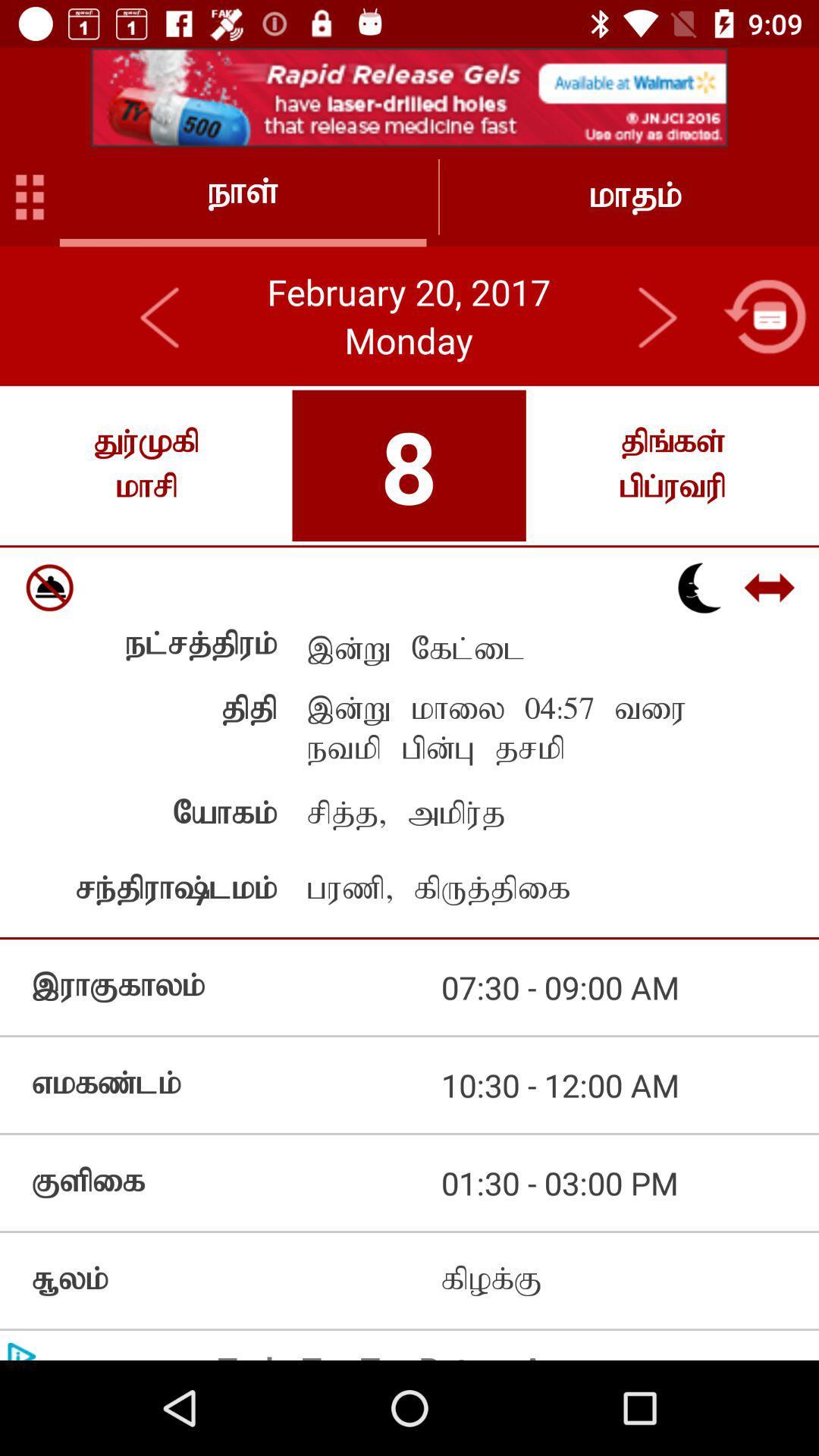 The image size is (819, 1456). I want to click on next, so click(656, 315).